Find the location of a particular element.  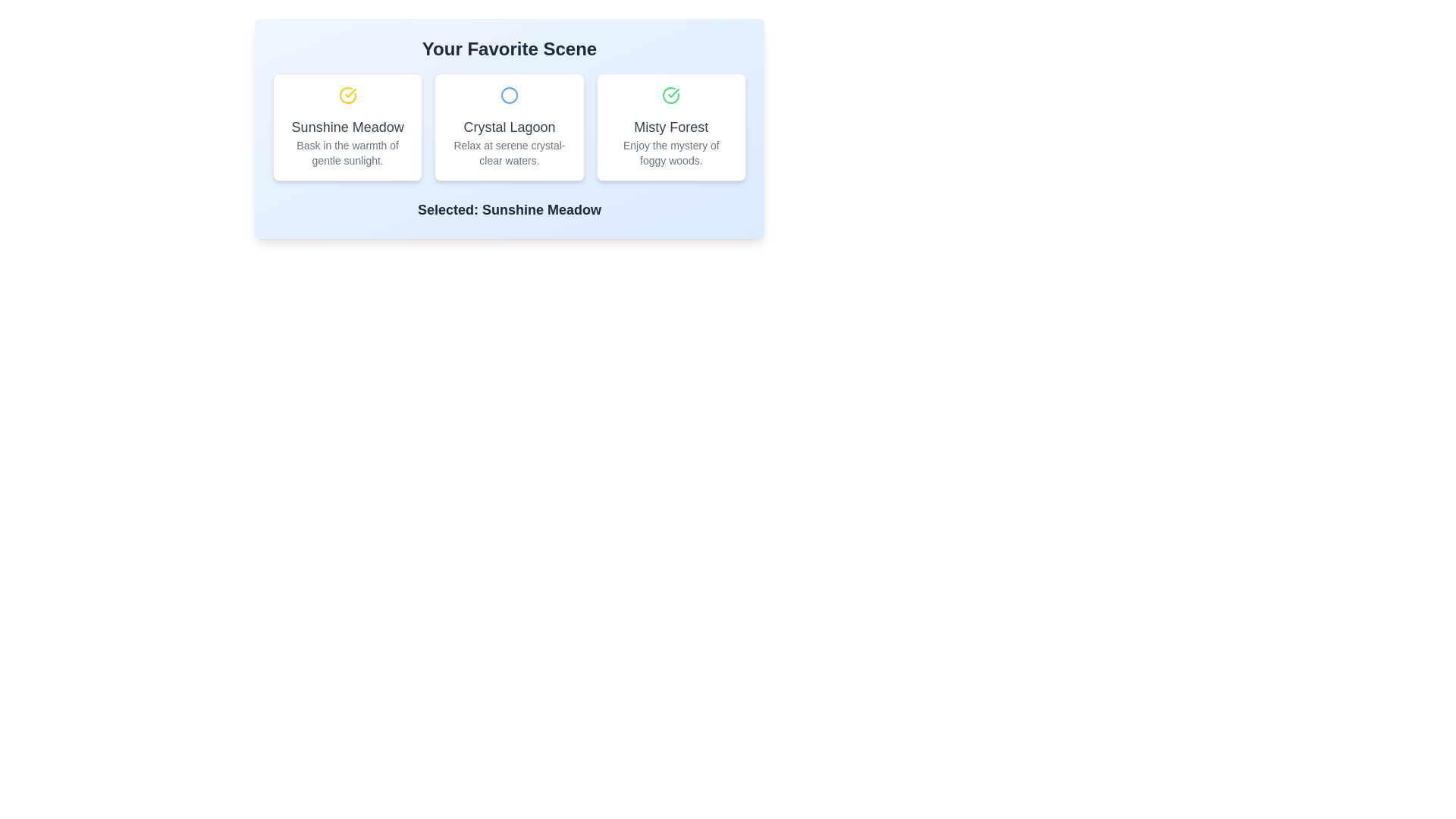

the circular icon with a yellow outline and a checkmark inside, located at the top-center of the 'Sunshine Meadow' card is located at coordinates (347, 96).